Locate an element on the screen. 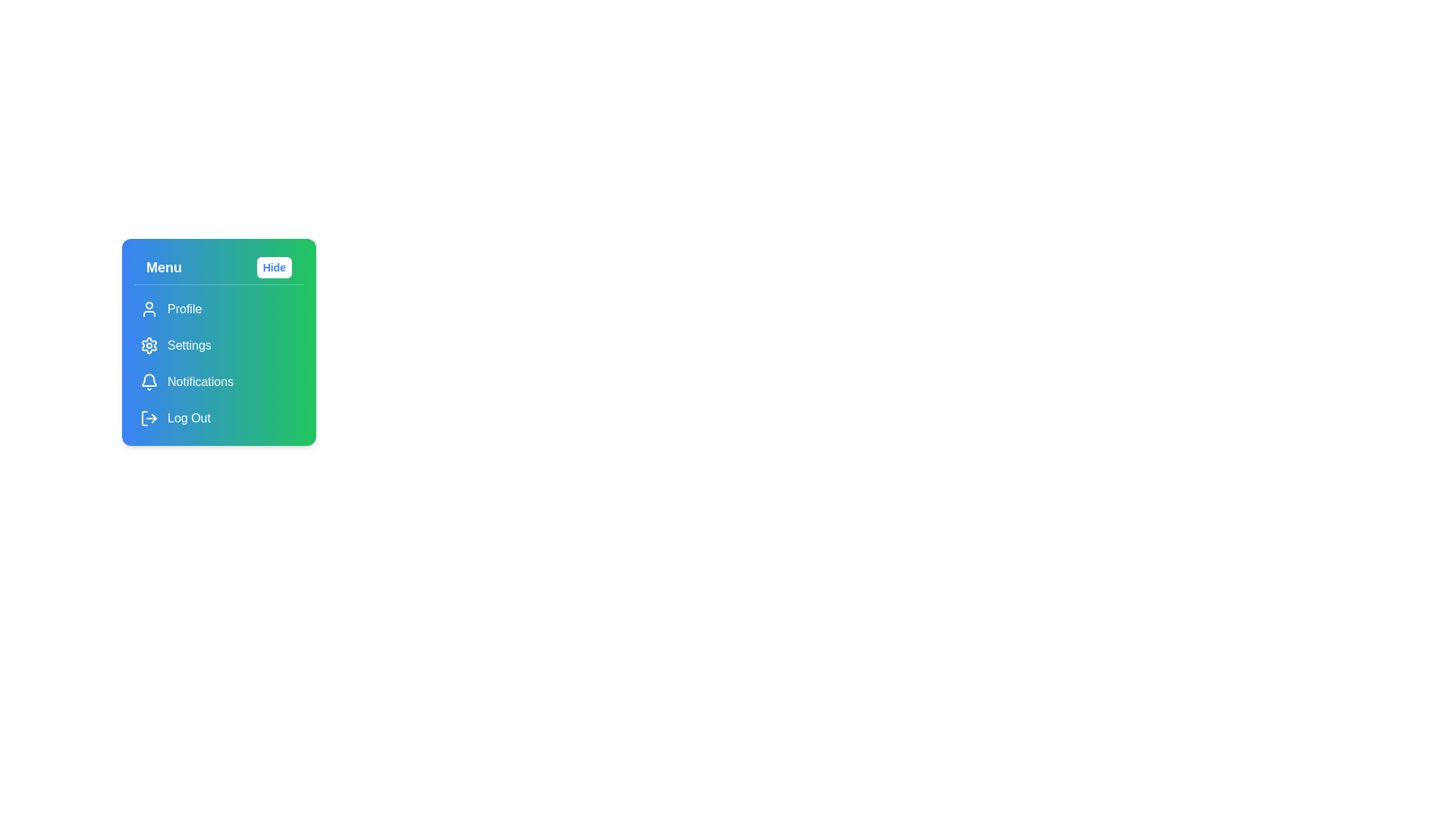 The height and width of the screenshot is (819, 1456). the bell icon next to the 'Notifications' text is located at coordinates (149, 381).